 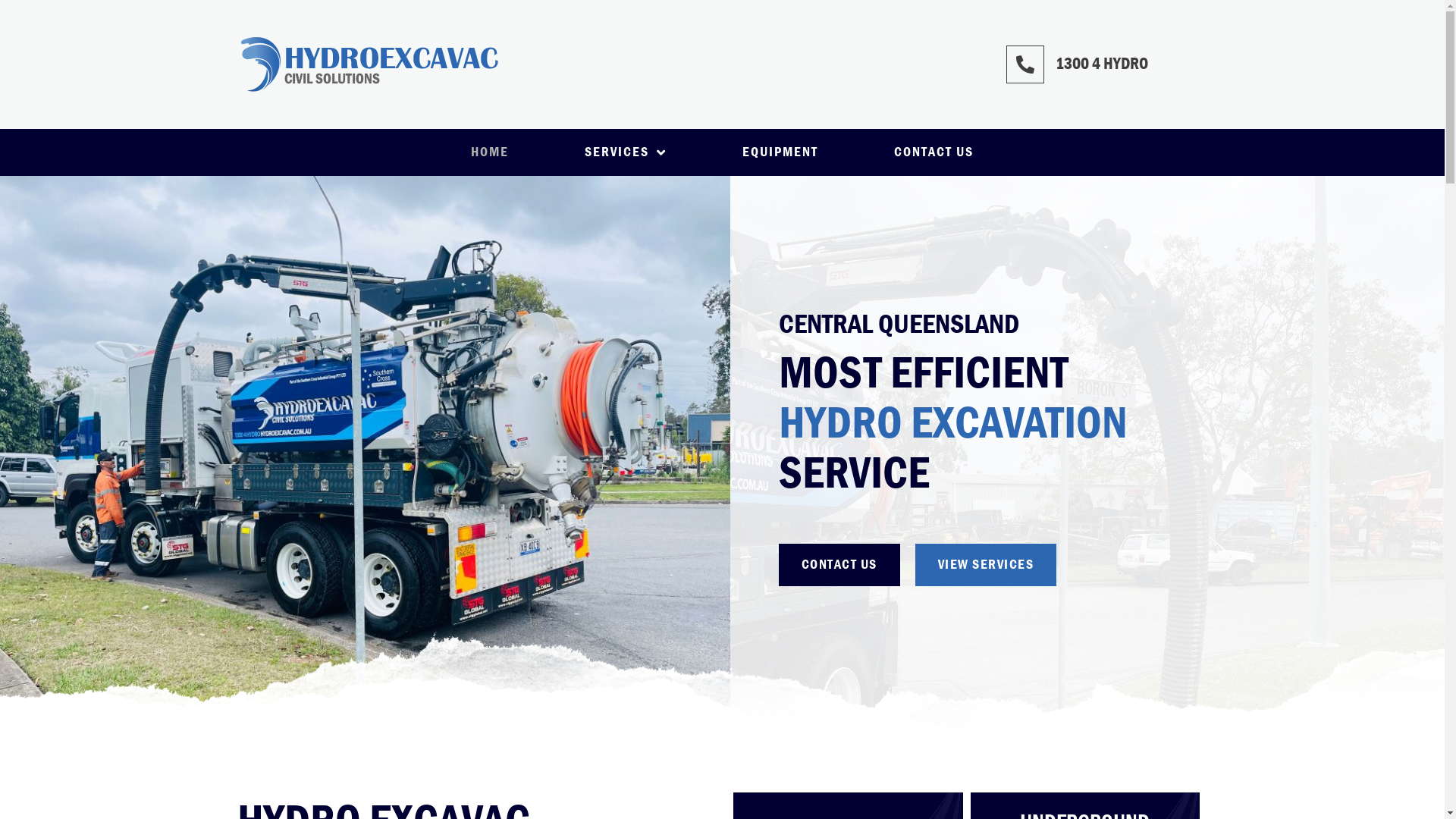 I want to click on 'CONTACT US', so click(x=779, y=564).